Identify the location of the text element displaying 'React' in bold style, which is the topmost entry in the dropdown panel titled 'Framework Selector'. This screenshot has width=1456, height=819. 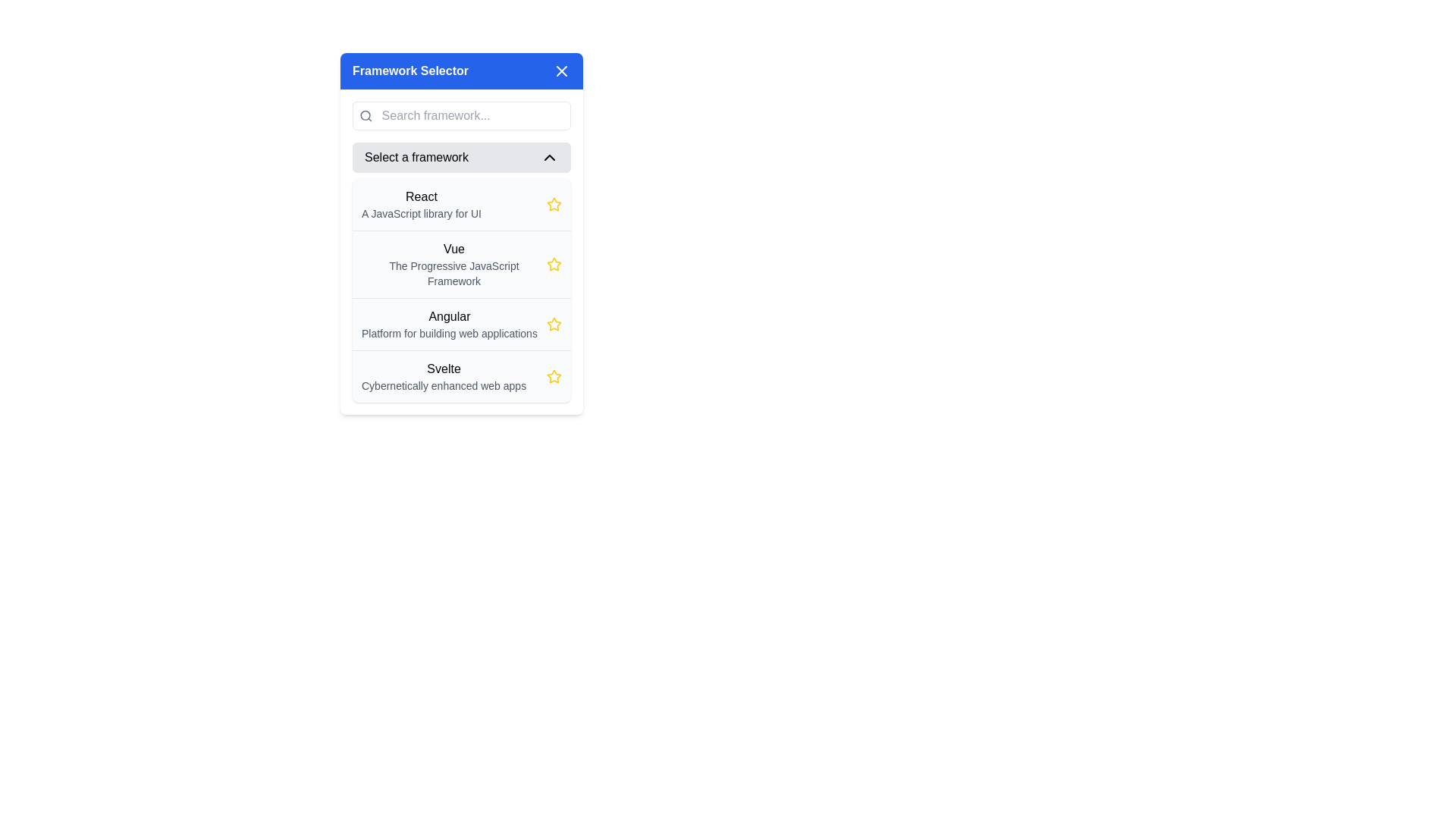
(422, 205).